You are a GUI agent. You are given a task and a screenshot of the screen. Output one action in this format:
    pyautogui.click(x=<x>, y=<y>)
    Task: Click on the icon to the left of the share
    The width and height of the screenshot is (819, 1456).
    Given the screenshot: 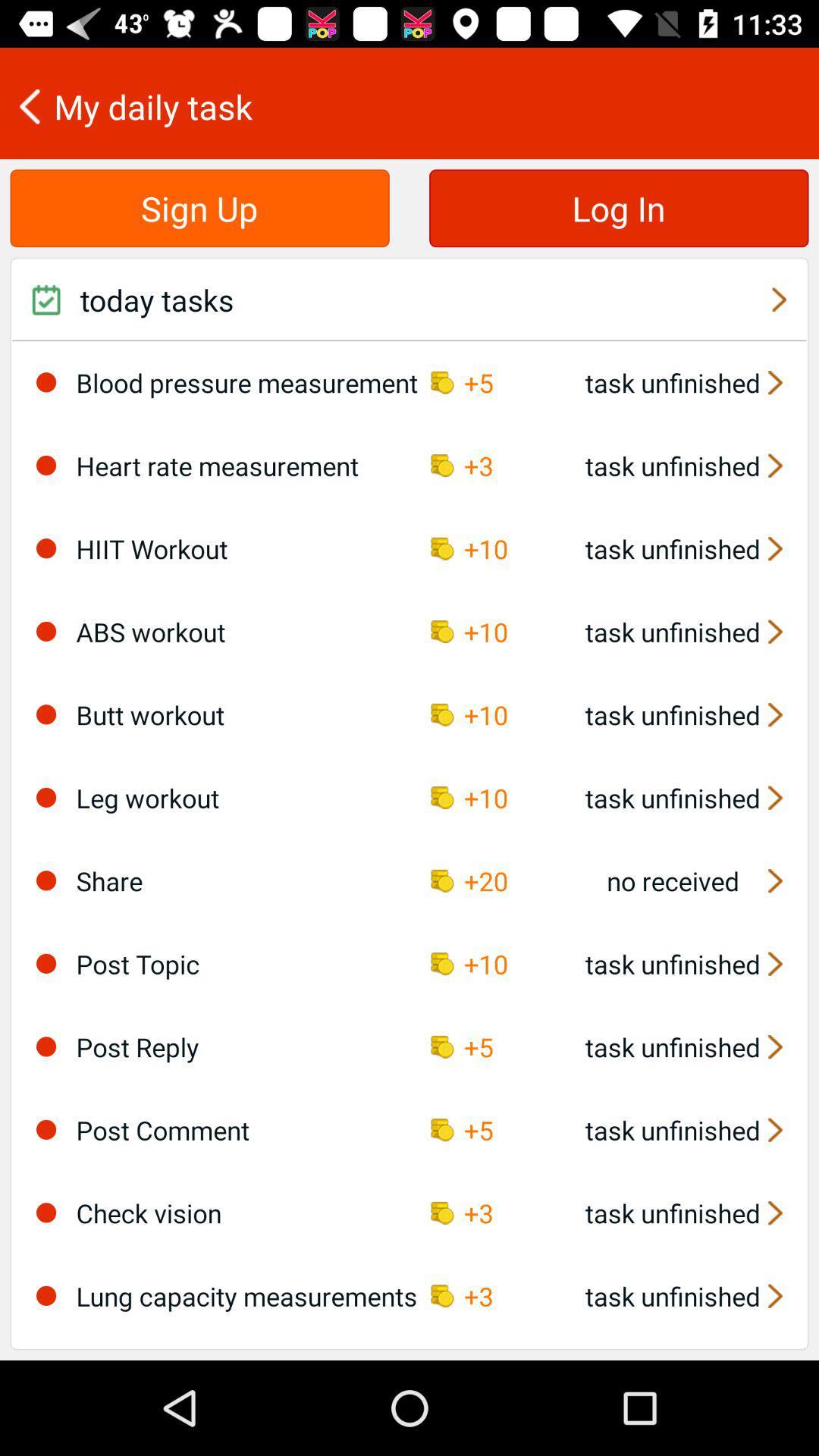 What is the action you would take?
    pyautogui.click(x=45, y=880)
    